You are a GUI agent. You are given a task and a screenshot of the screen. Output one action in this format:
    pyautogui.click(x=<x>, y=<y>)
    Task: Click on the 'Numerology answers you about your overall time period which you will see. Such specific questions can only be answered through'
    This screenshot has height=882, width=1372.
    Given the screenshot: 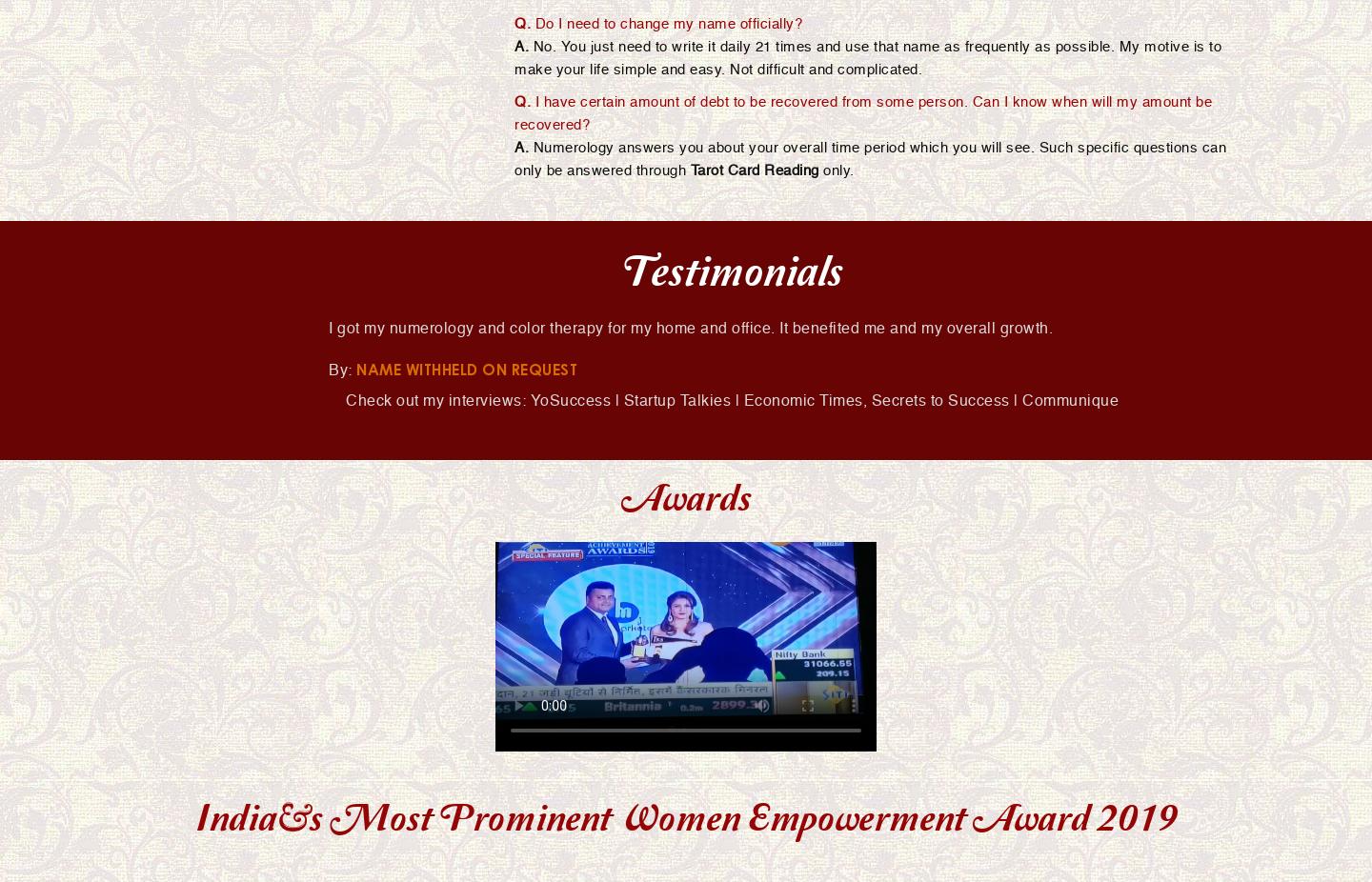 What is the action you would take?
    pyautogui.click(x=870, y=157)
    